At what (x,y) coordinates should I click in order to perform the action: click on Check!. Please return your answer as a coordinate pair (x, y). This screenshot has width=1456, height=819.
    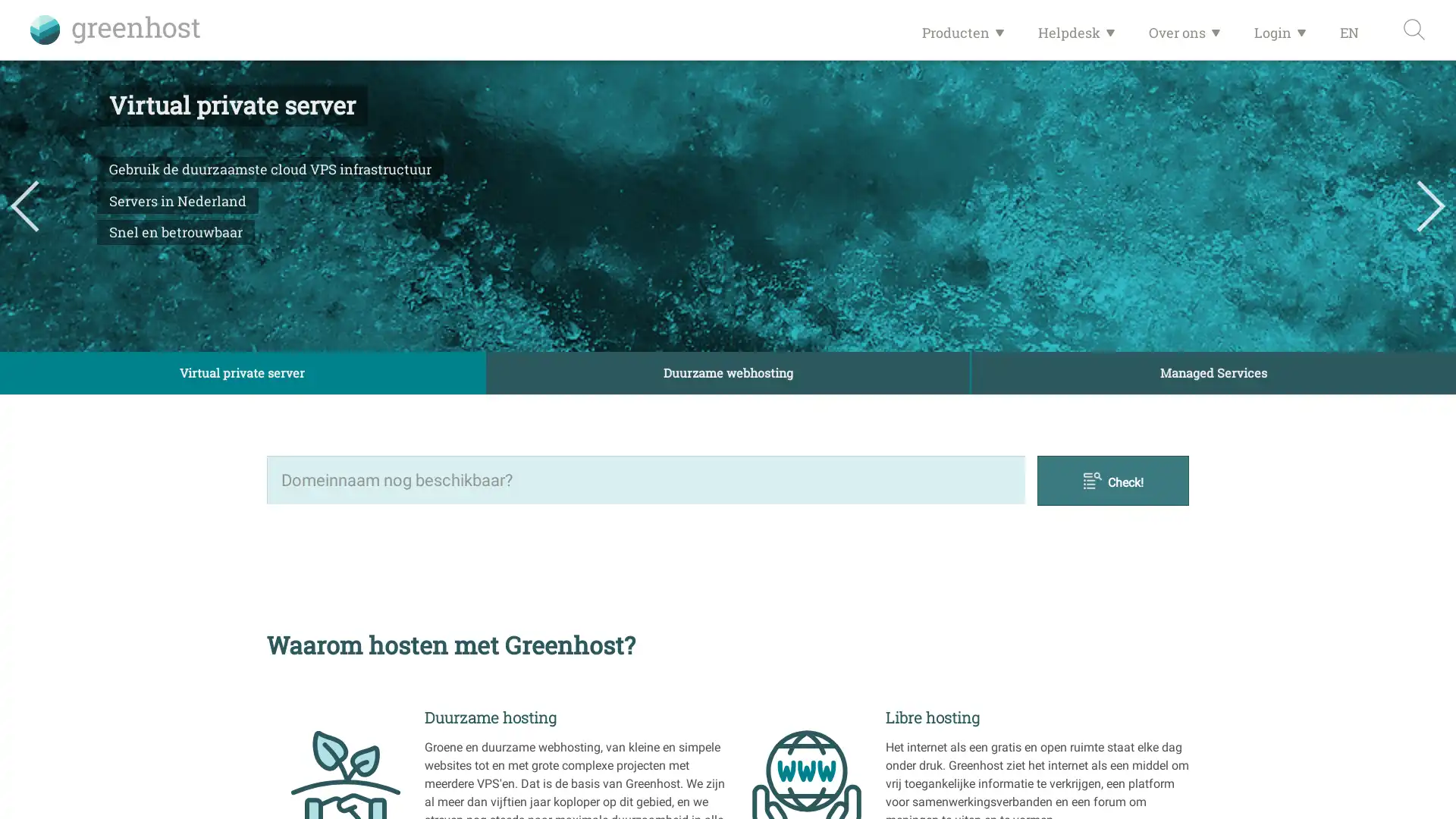
    Looking at the image, I should click on (1113, 480).